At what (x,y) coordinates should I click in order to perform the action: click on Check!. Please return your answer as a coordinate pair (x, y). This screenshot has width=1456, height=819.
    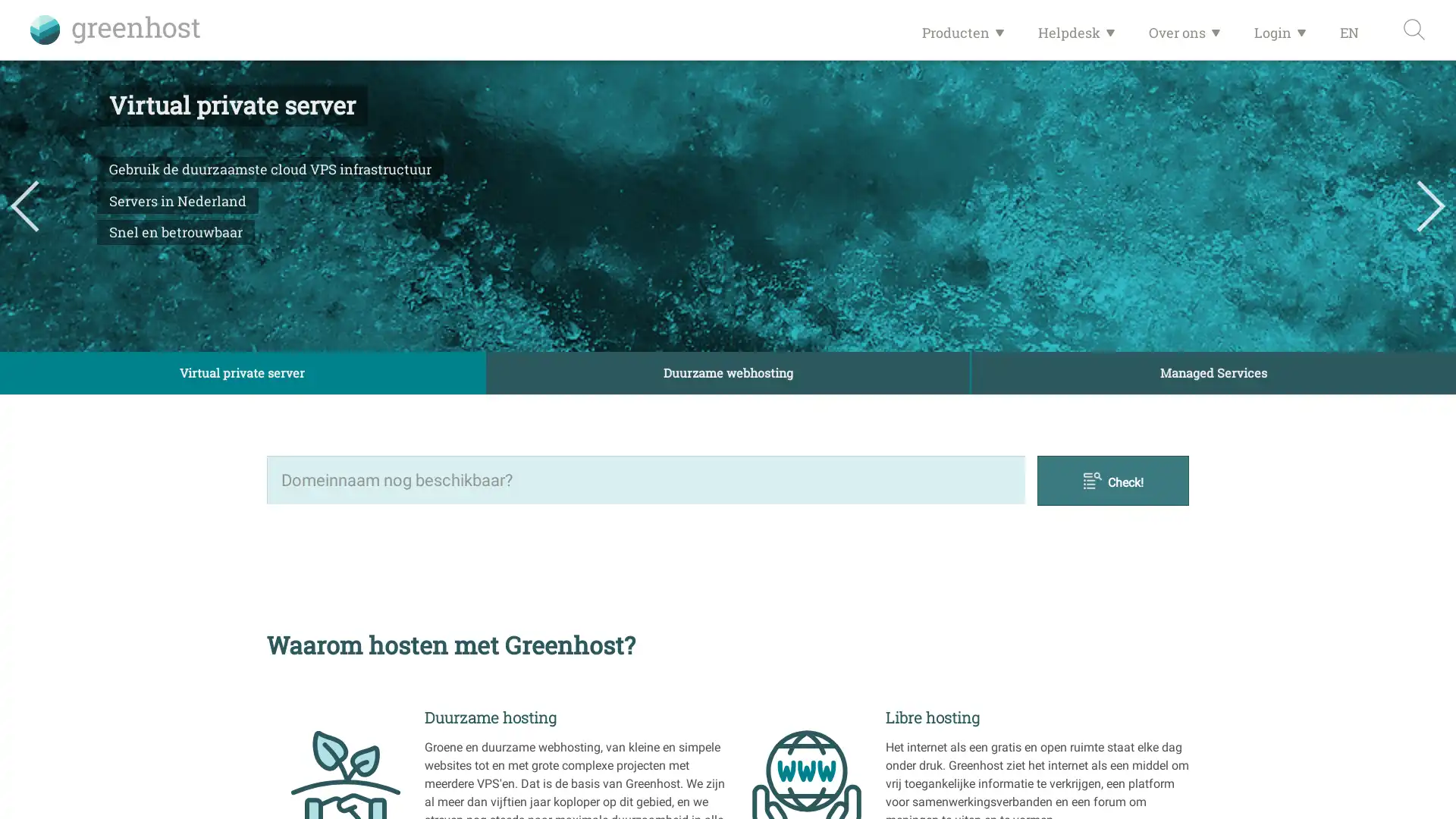
    Looking at the image, I should click on (1113, 480).